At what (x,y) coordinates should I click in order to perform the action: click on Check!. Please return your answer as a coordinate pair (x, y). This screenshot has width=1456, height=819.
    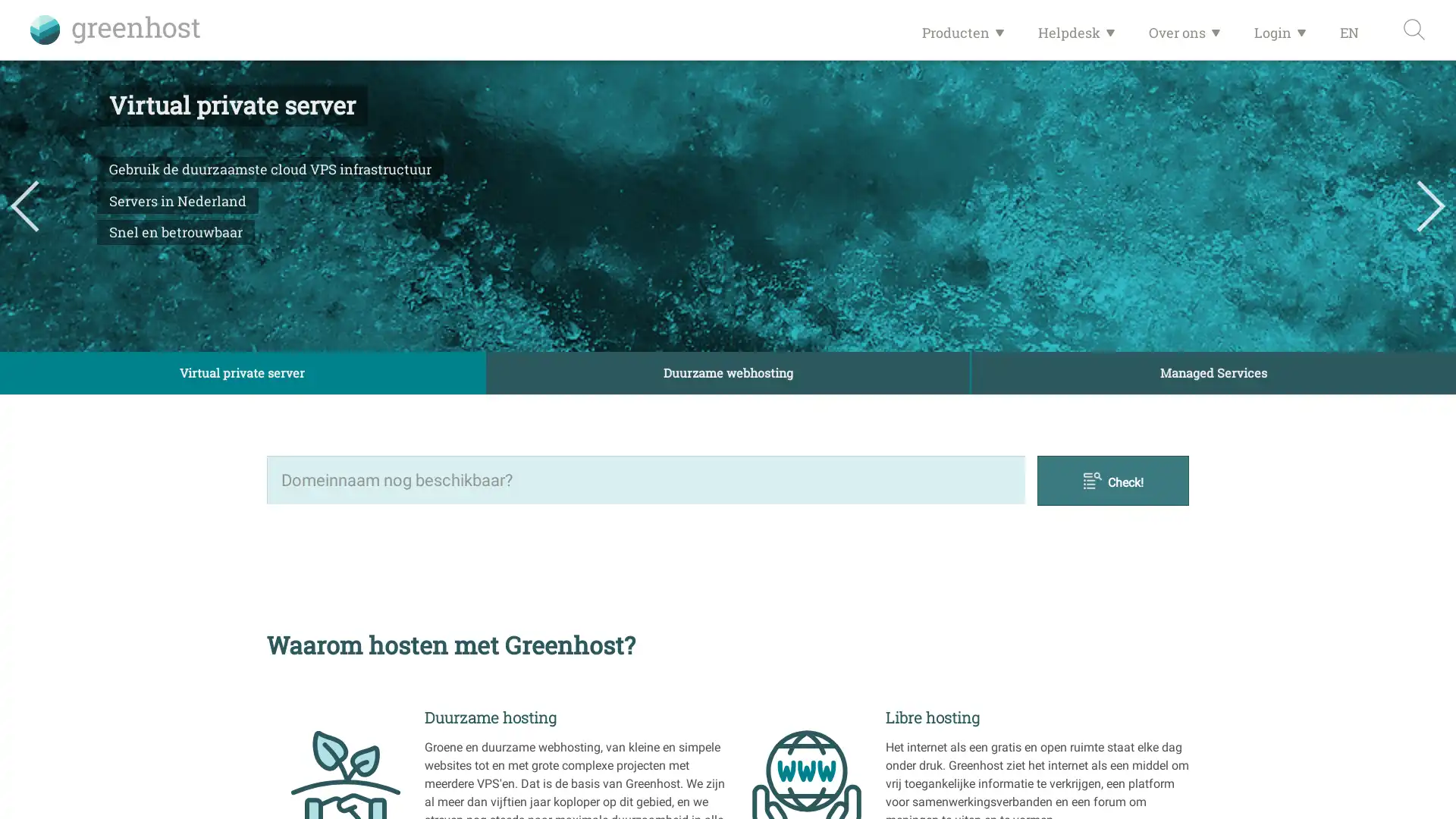
    Looking at the image, I should click on (1113, 480).